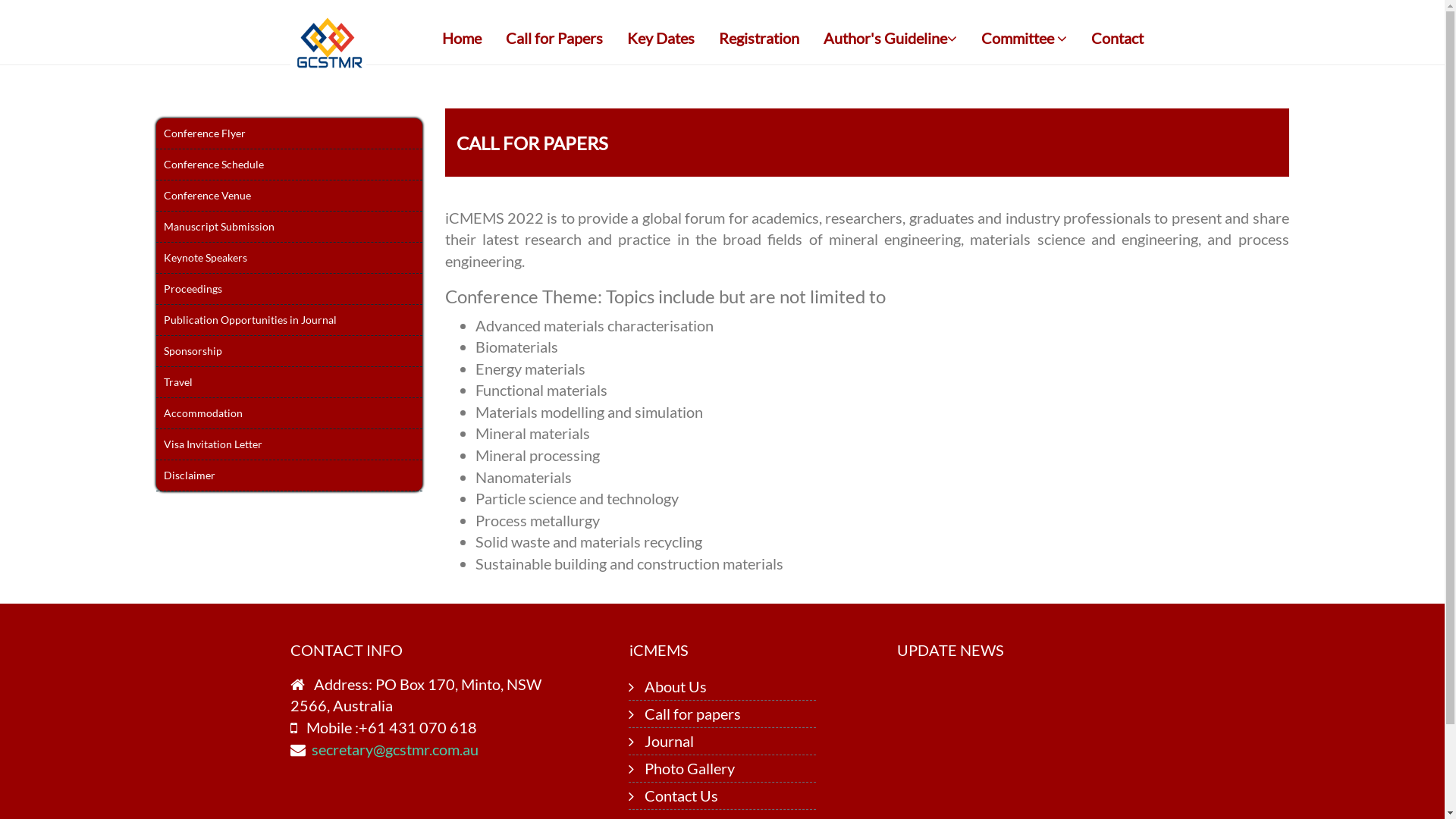 Image resolution: width=1456 pixels, height=819 pixels. Describe the element at coordinates (461, 37) in the screenshot. I see `'Home'` at that location.